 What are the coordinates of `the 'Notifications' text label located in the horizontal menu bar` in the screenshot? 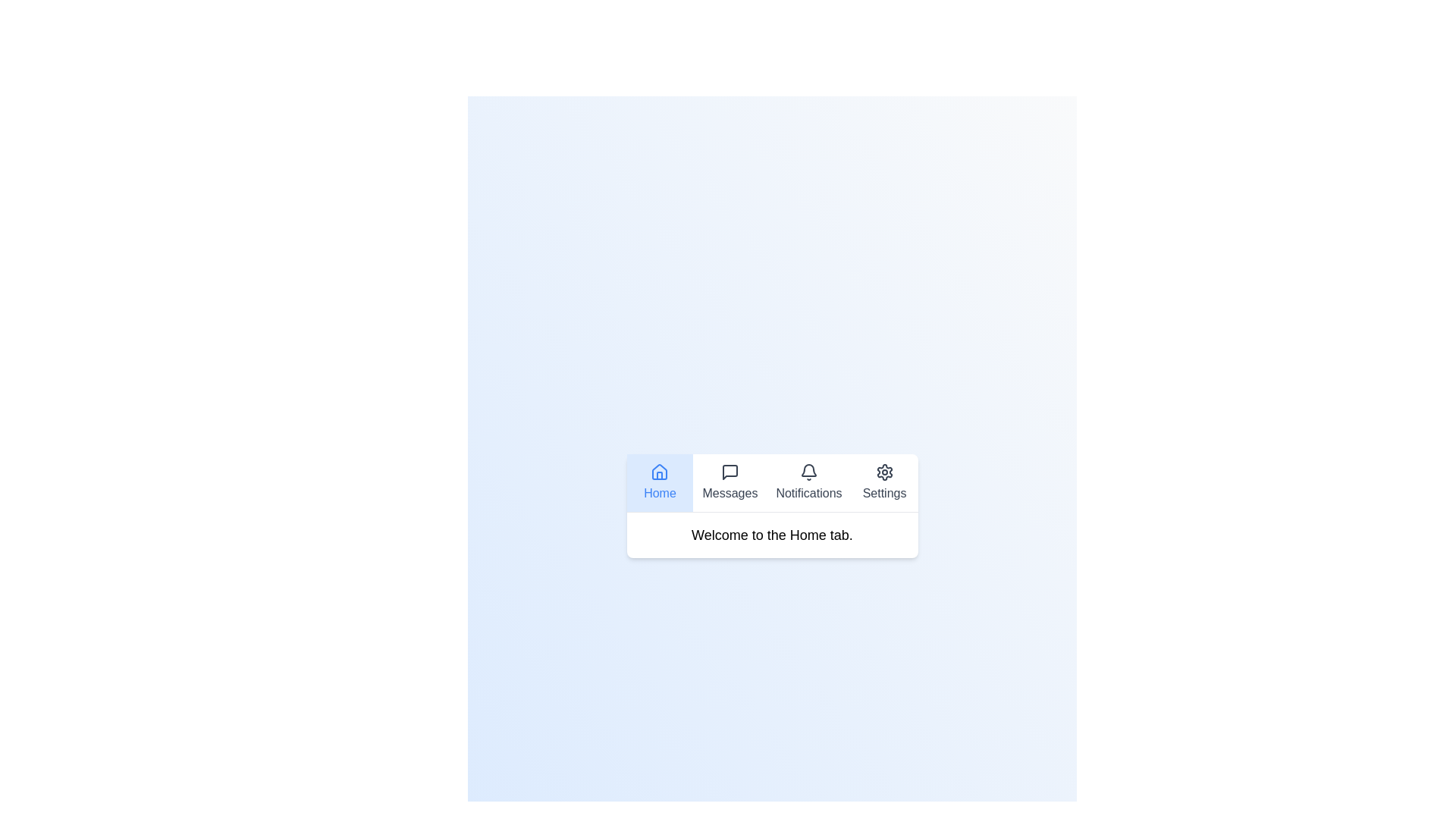 It's located at (808, 493).